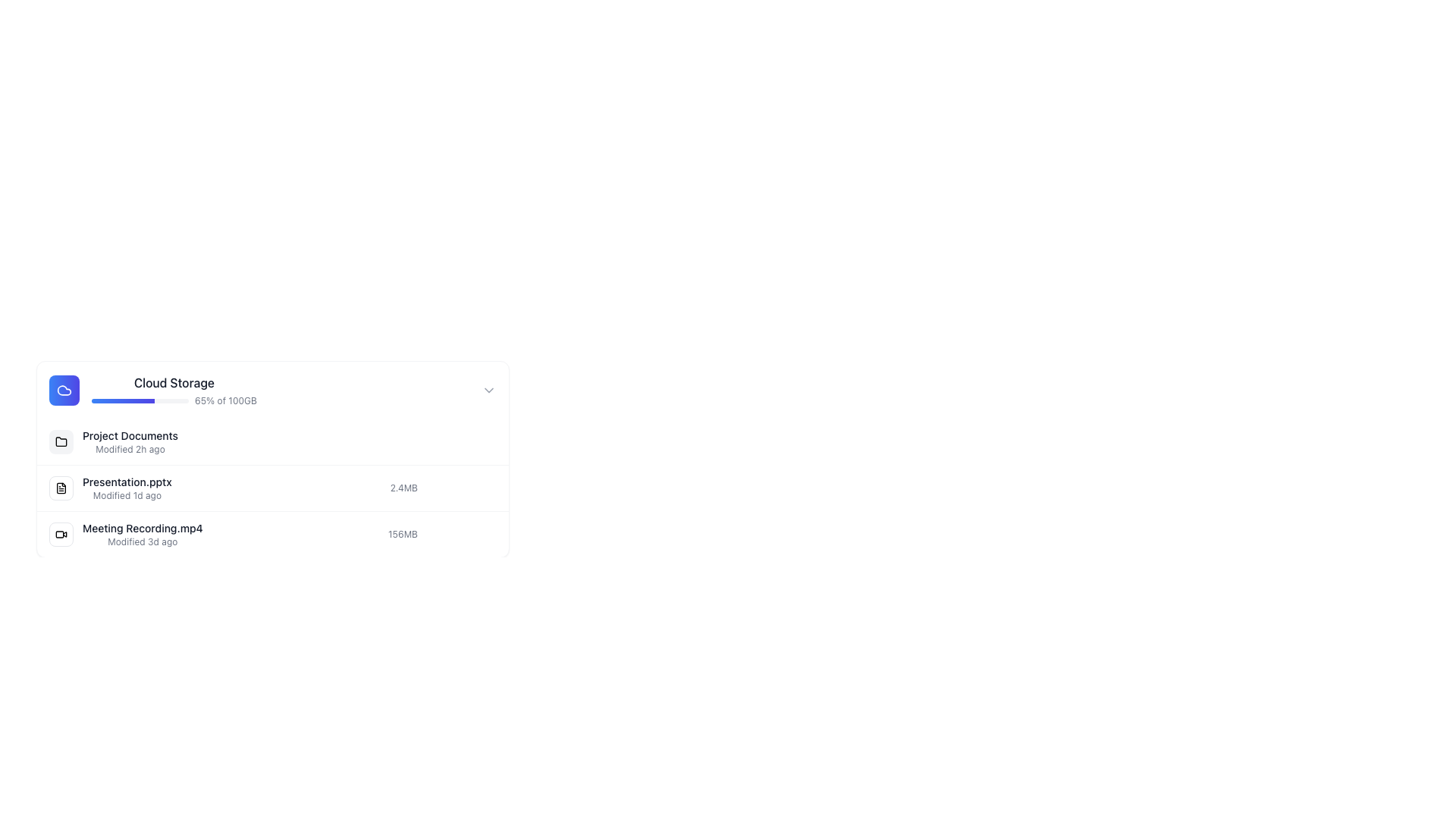 The image size is (1456, 819). Describe the element at coordinates (61, 441) in the screenshot. I see `the folder icon in the upper-left section of the file management panel associated with 'Cloud Storage.'` at that location.